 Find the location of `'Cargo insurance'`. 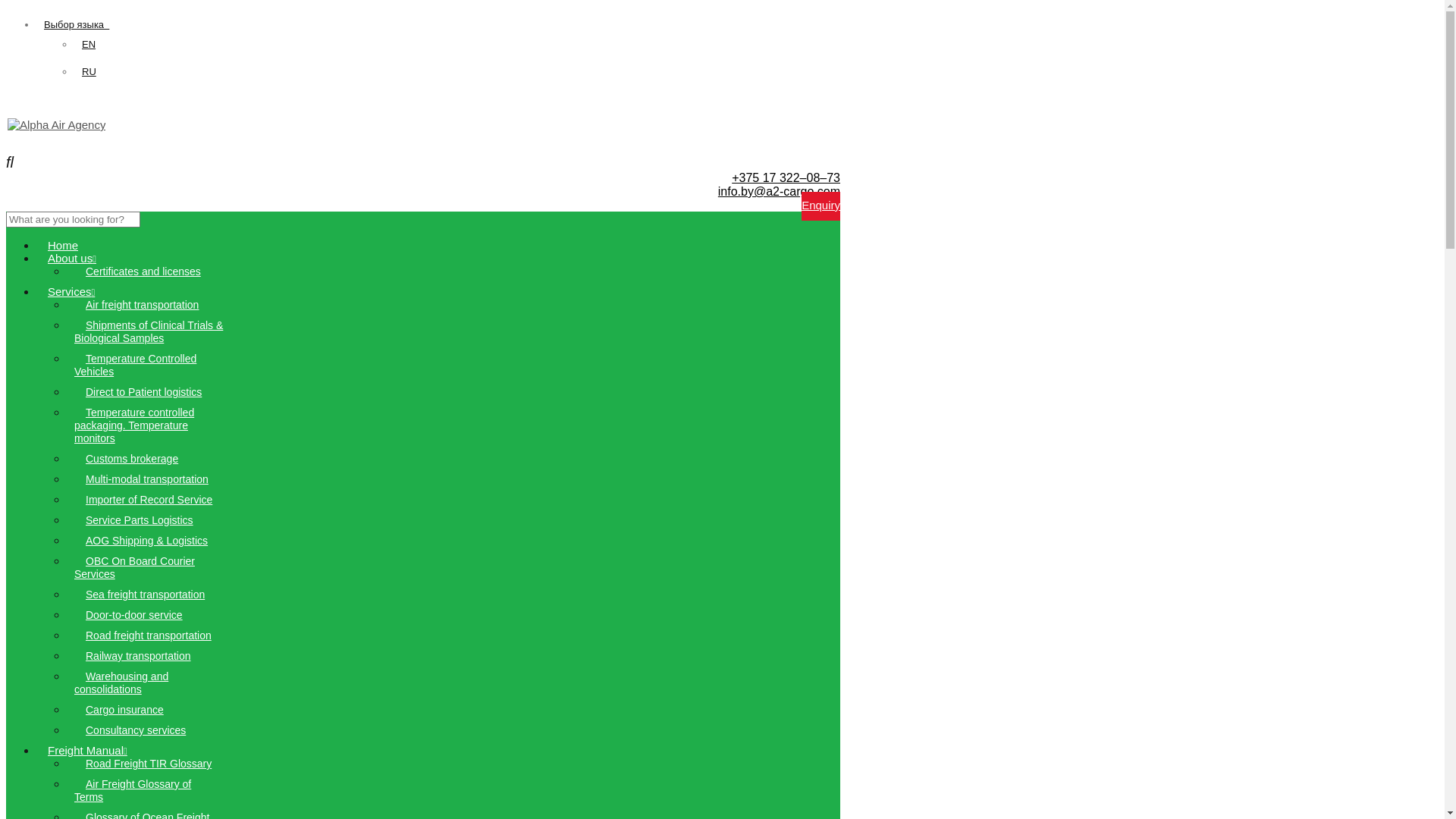

'Cargo insurance' is located at coordinates (124, 710).